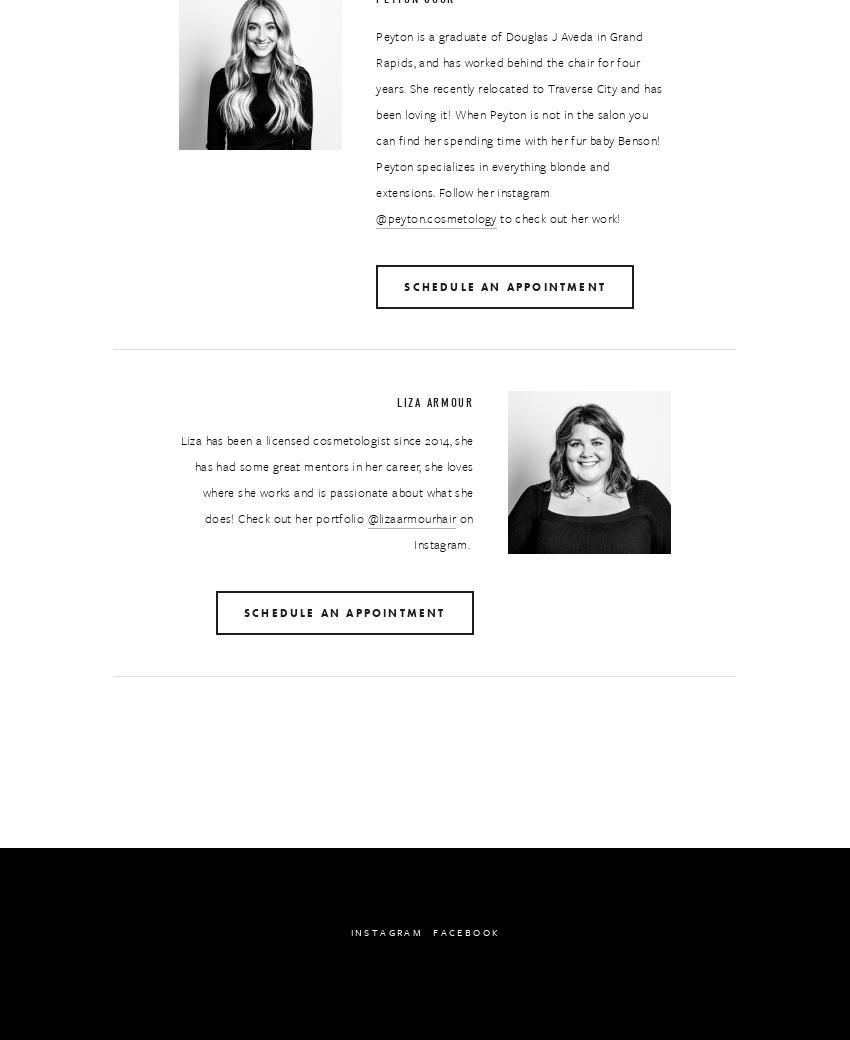 The image size is (850, 1040). What do you see at coordinates (434, 217) in the screenshot?
I see `'@peyton.cosmetology'` at bounding box center [434, 217].